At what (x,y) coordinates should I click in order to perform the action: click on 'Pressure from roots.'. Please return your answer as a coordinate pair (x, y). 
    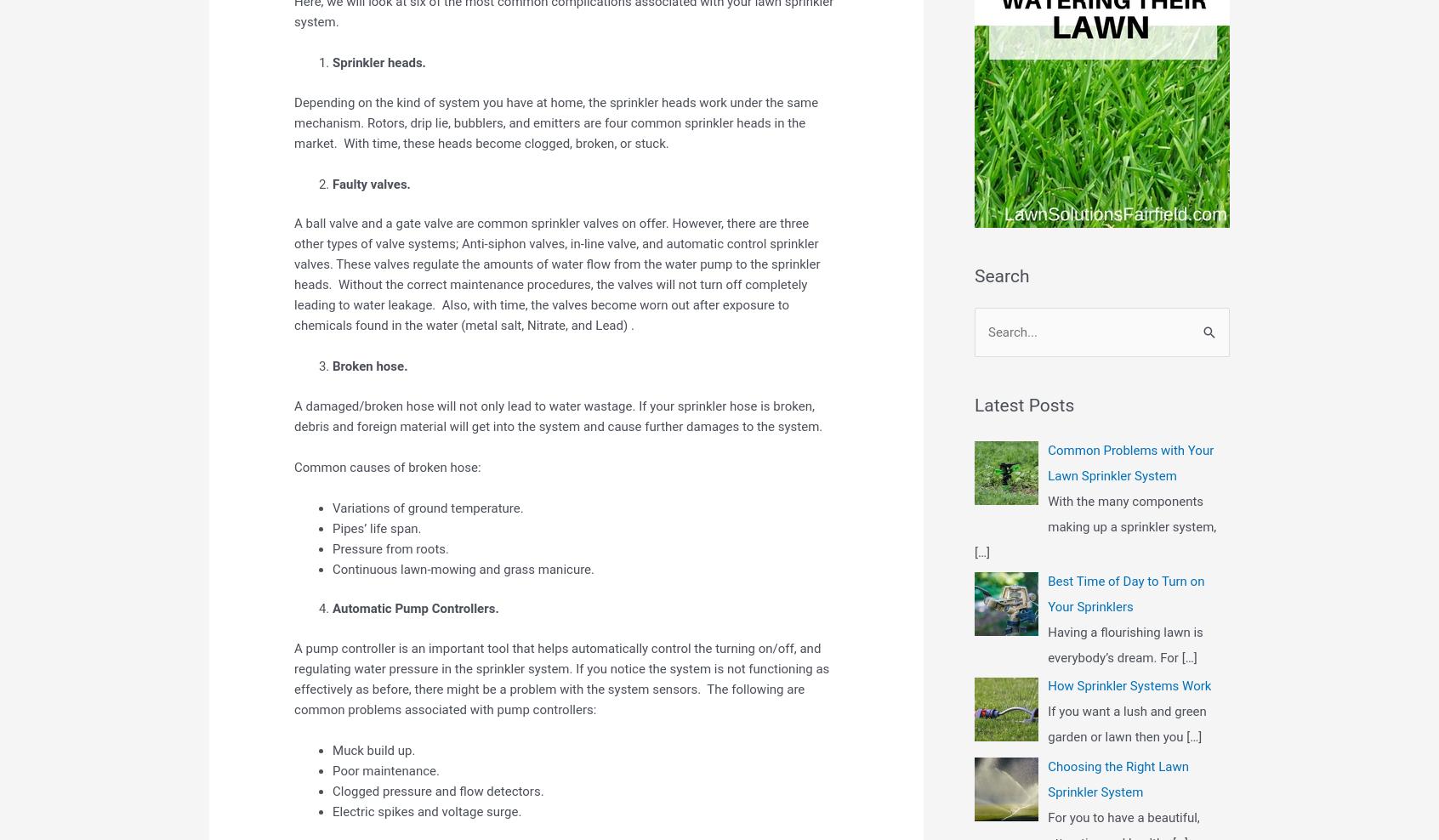
    Looking at the image, I should click on (390, 547).